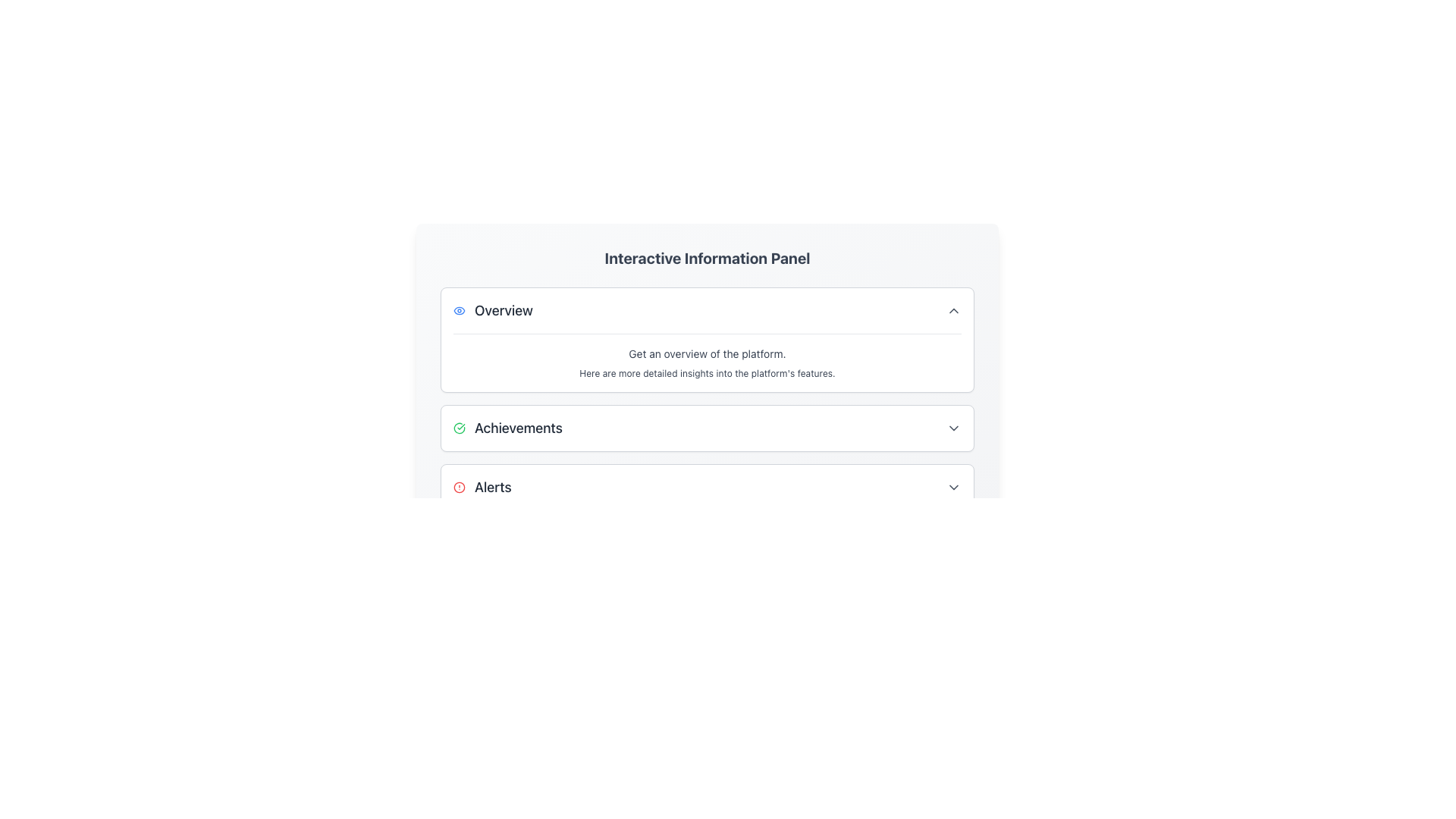 The image size is (1456, 819). I want to click on the text label reading 'Achievements' for accessibility features, so click(518, 428).